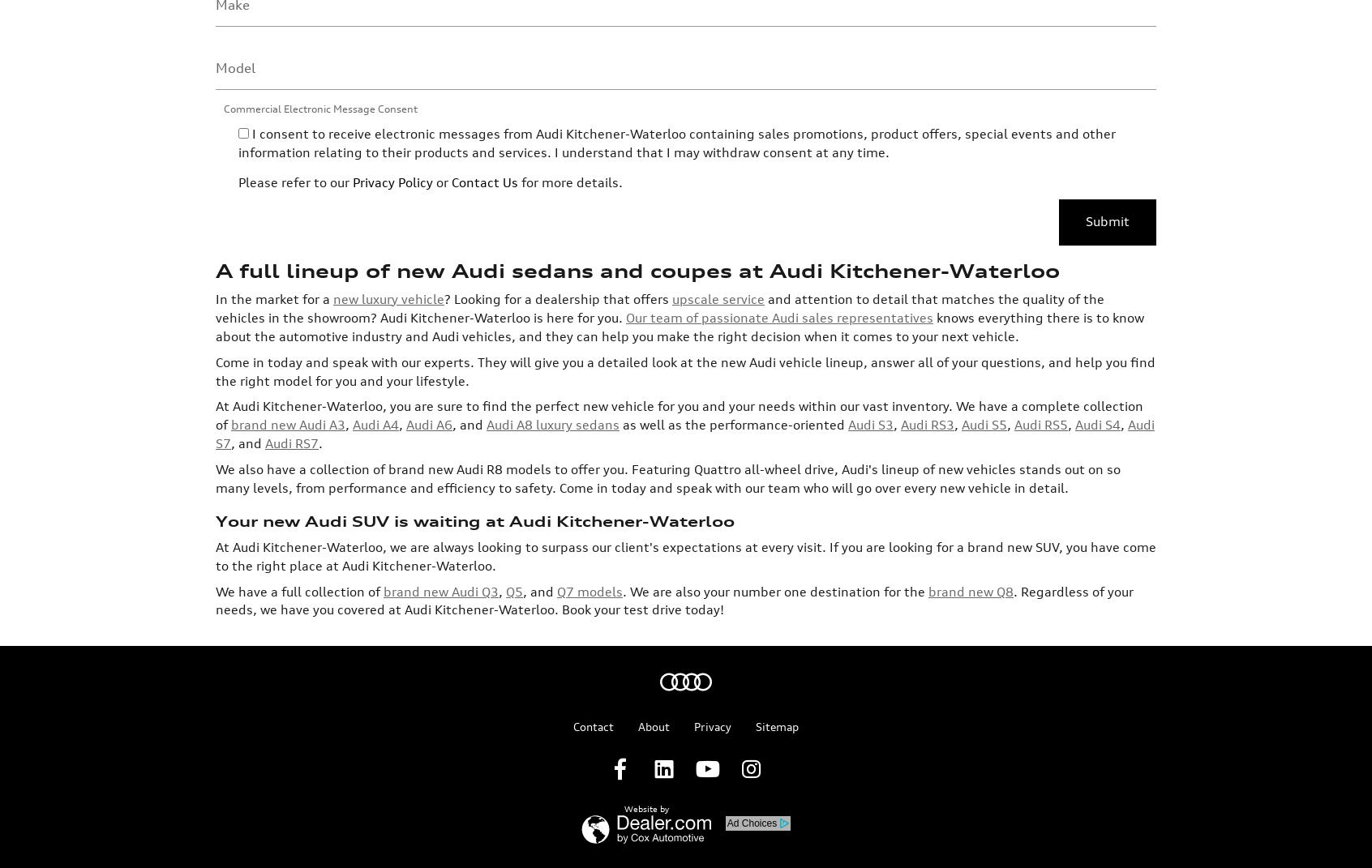 This screenshot has width=1372, height=868. What do you see at coordinates (717, 167) in the screenshot?
I see `'upscale service'` at bounding box center [717, 167].